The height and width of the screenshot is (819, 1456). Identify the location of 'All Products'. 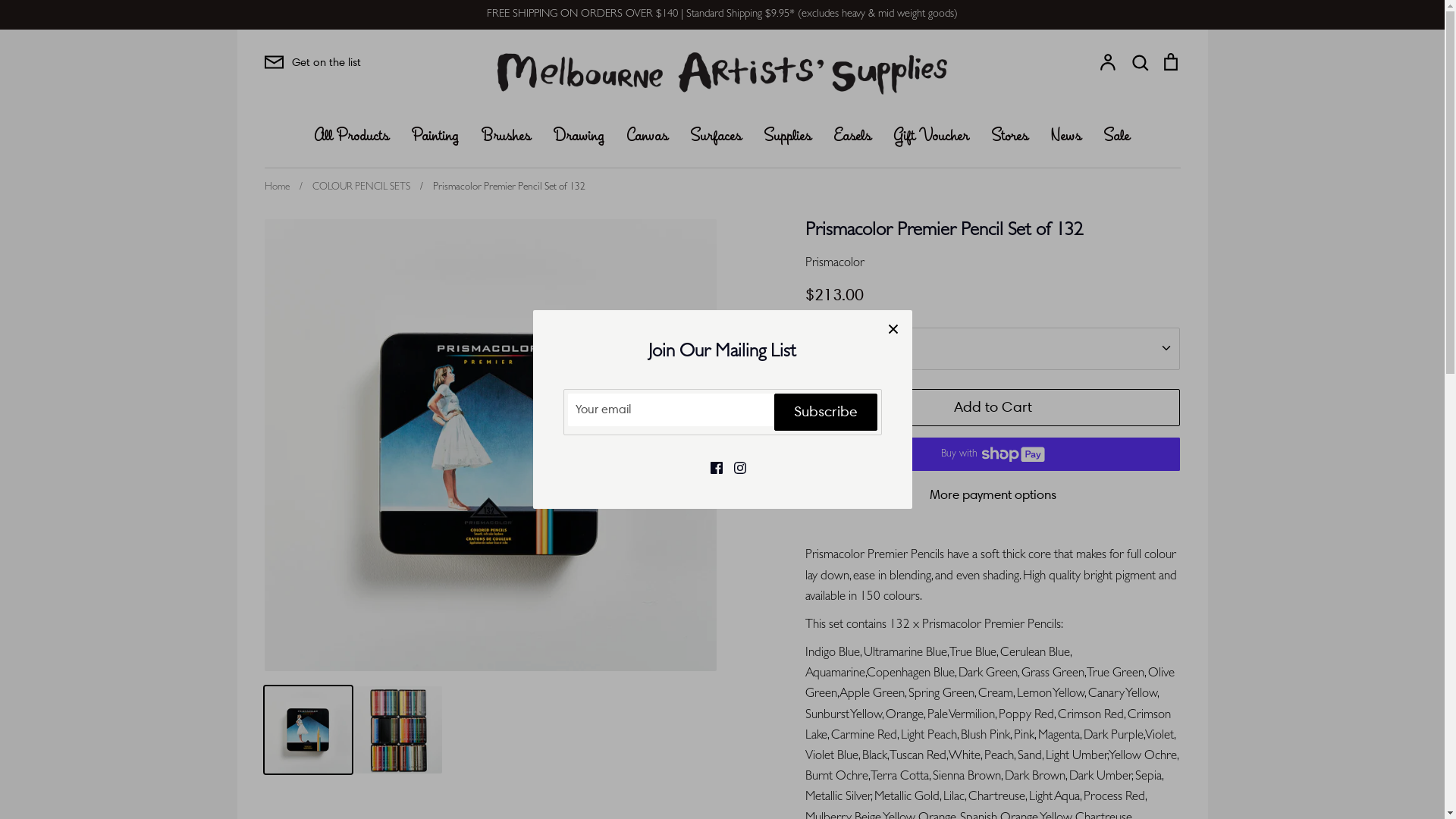
(351, 136).